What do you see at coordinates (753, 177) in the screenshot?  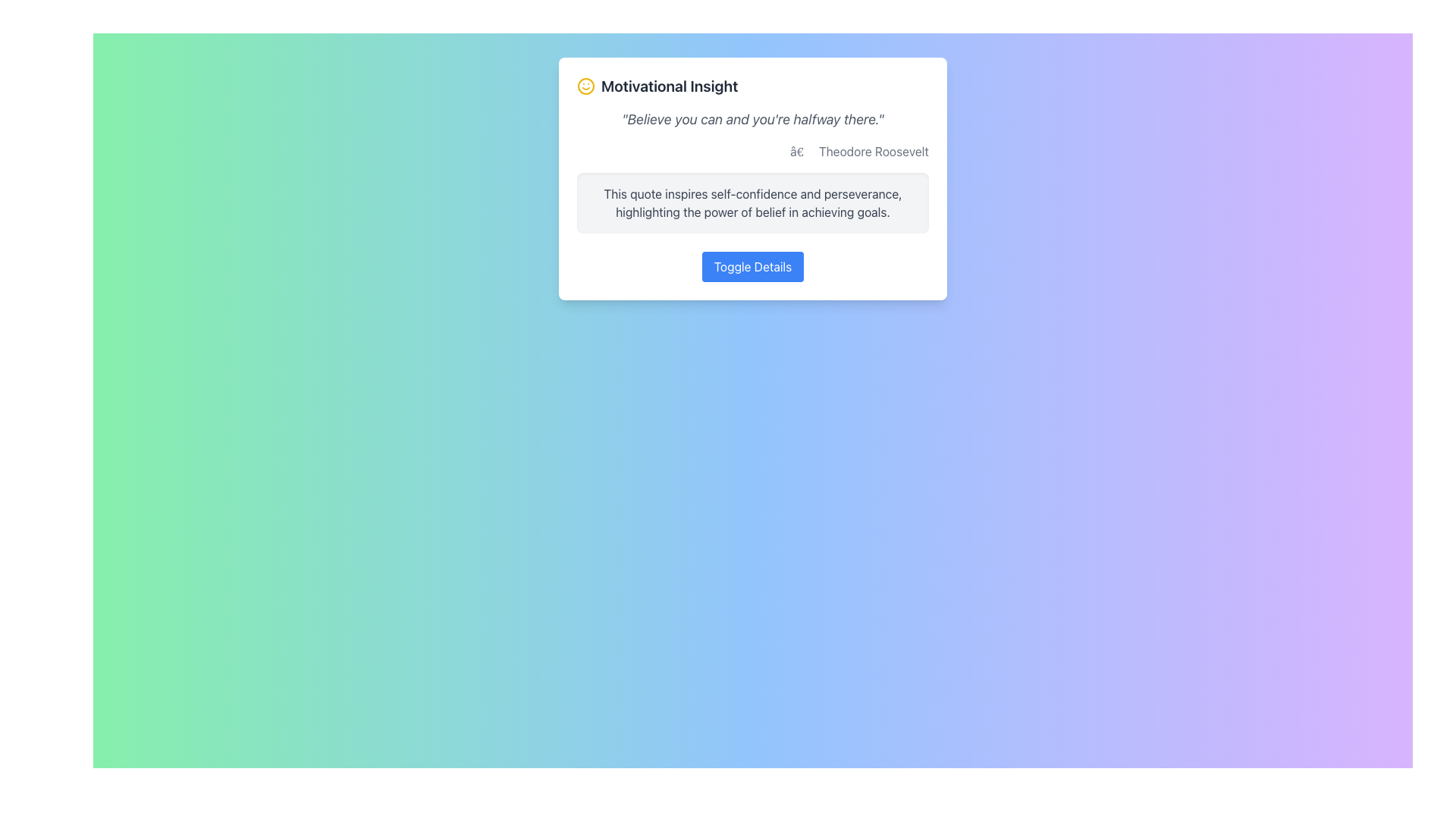 I see `the Informational Card displaying a motivational quote, which is prominently centered in the interface below the 'Motivational Insight' title and above the 'Toggle Details' button` at bounding box center [753, 177].